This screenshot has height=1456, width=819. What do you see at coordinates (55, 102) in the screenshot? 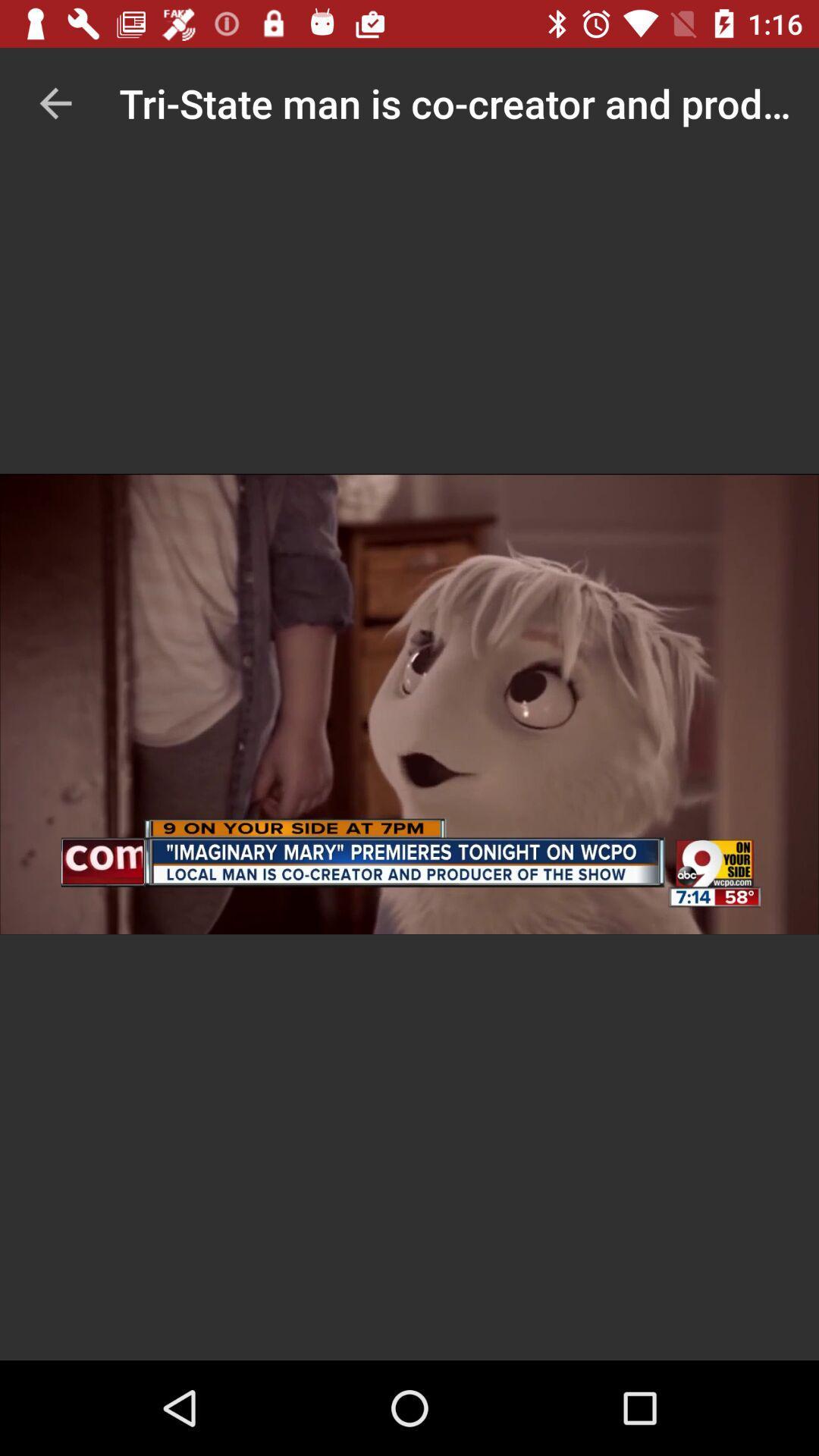
I see `the item next to tri state man icon` at bounding box center [55, 102].